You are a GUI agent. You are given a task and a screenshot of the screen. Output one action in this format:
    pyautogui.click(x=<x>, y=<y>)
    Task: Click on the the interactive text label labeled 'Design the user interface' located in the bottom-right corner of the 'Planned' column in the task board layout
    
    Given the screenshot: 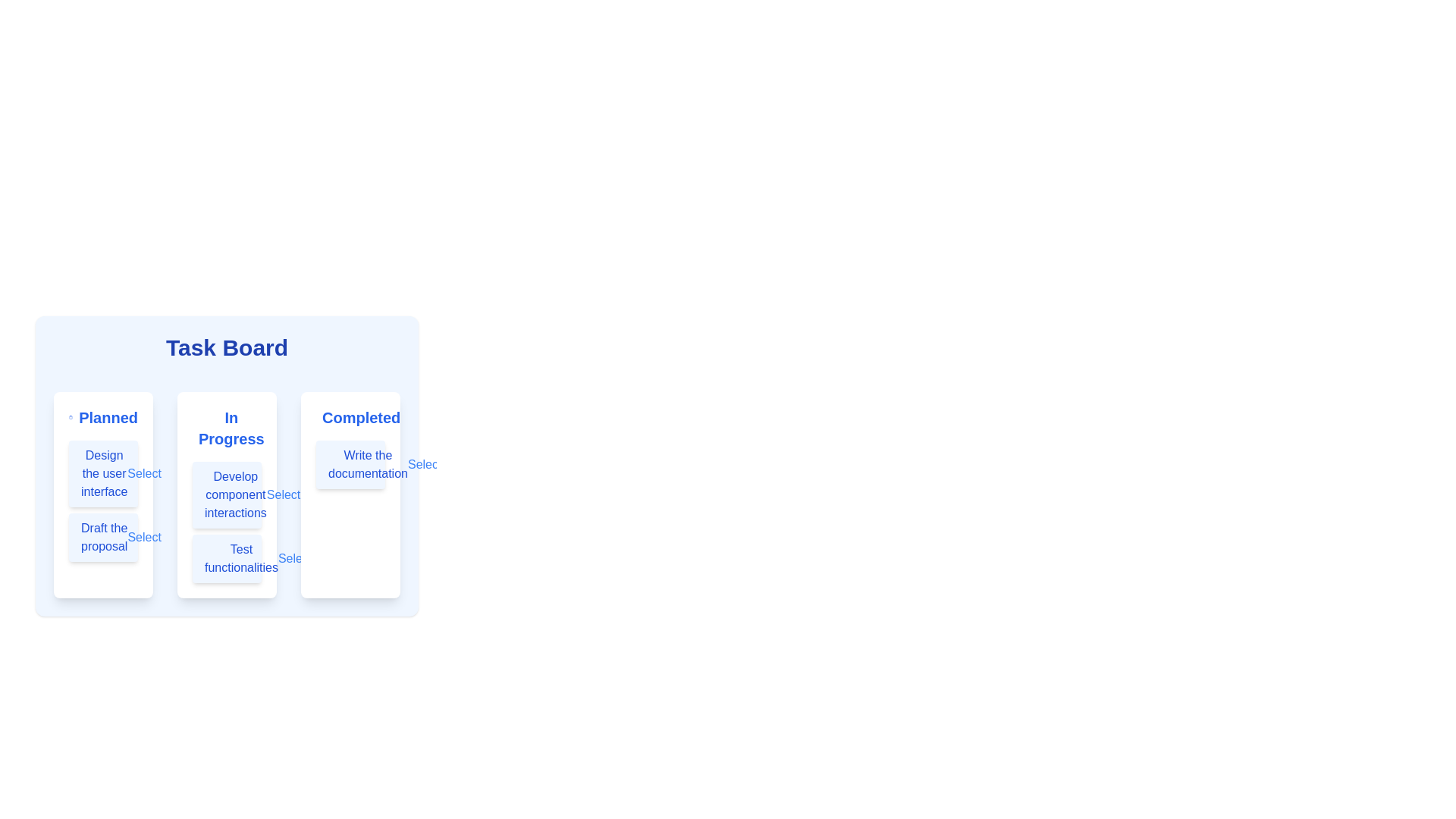 What is the action you would take?
    pyautogui.click(x=144, y=472)
    